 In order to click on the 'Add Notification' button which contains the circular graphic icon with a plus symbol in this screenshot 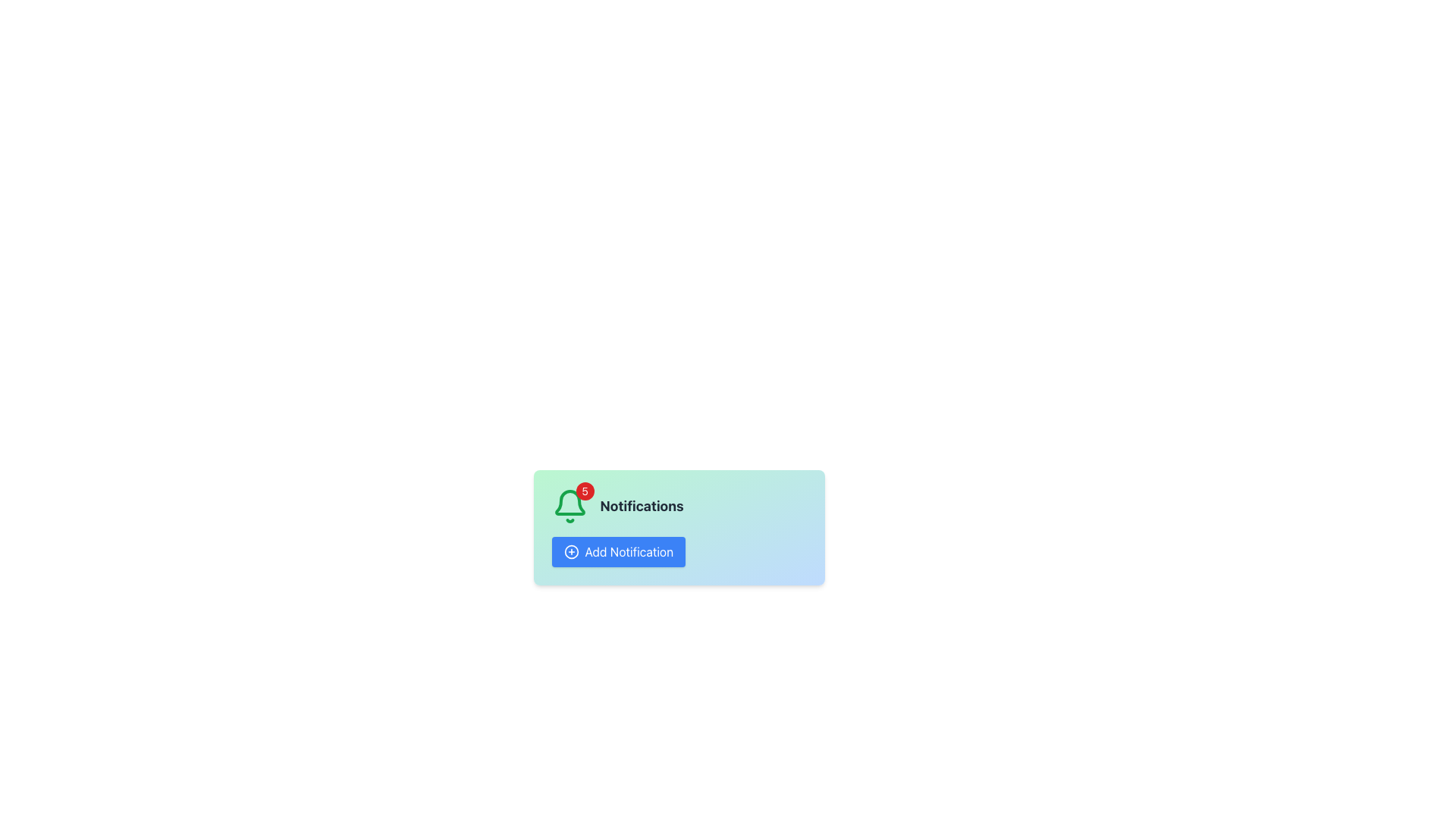, I will do `click(570, 552)`.